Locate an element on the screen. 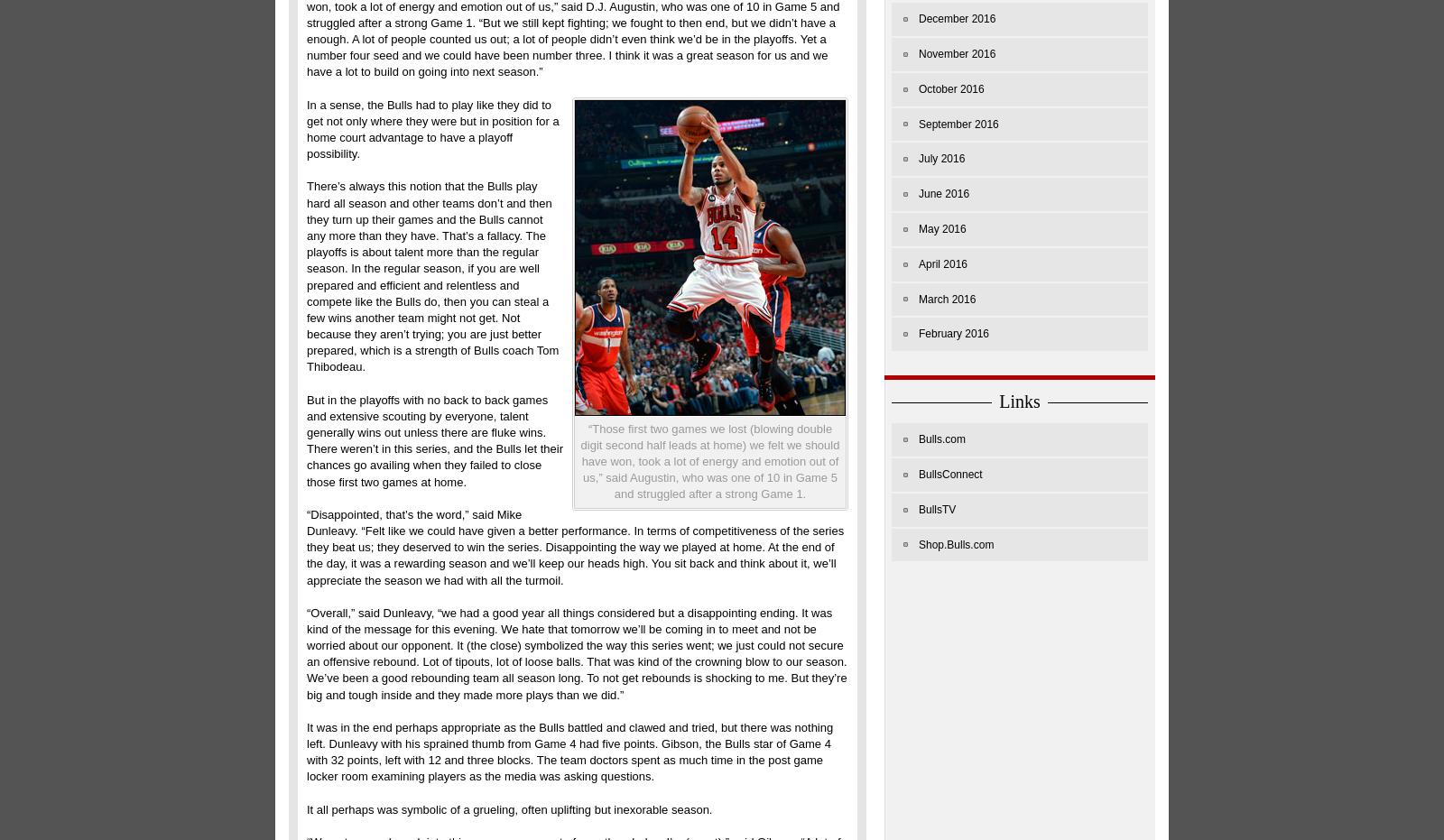 The image size is (1444, 840). 'Links' is located at coordinates (1019, 401).